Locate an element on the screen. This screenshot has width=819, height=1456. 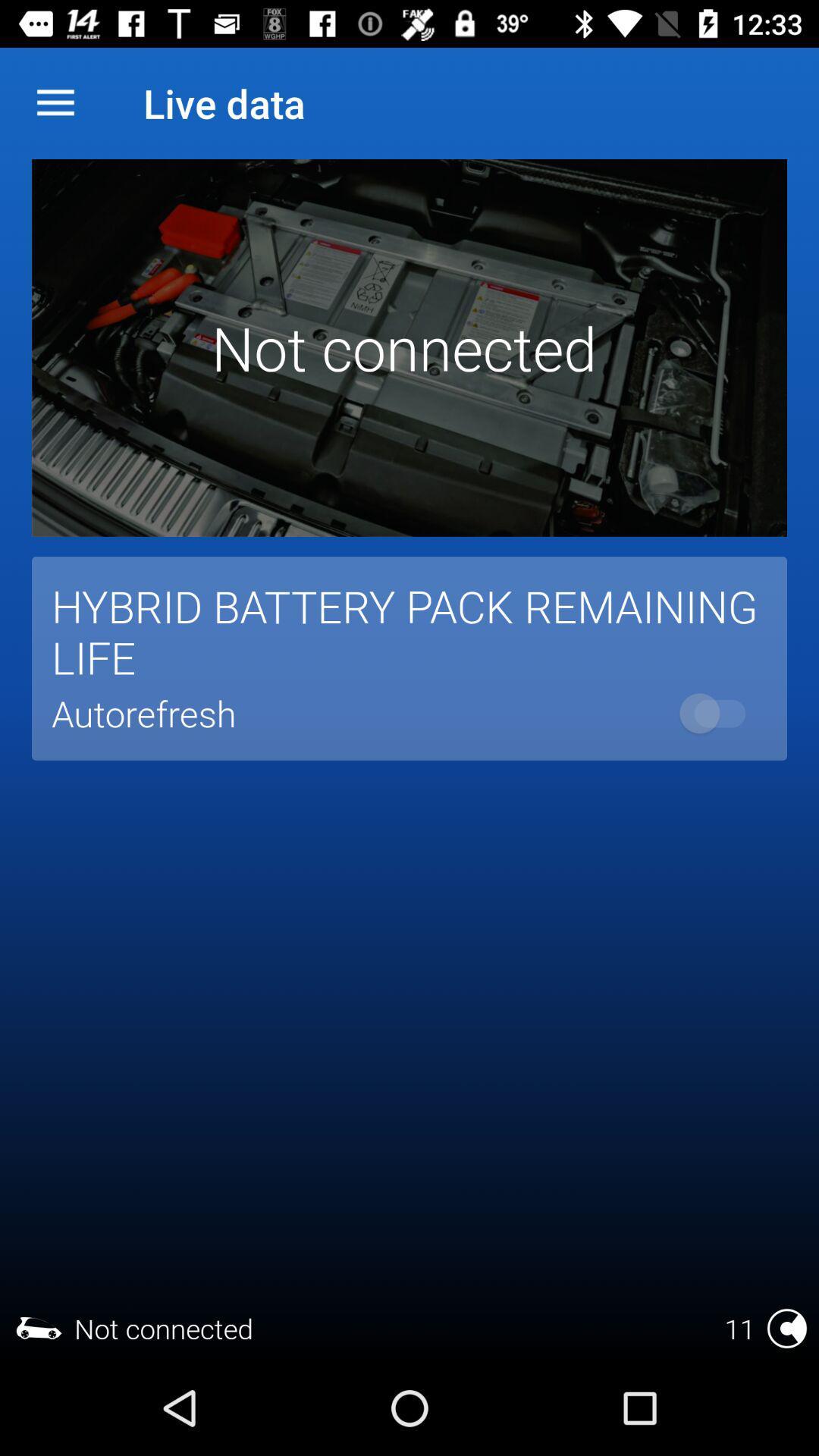
the car symbol in the bottom of the page is located at coordinates (38, 1328).